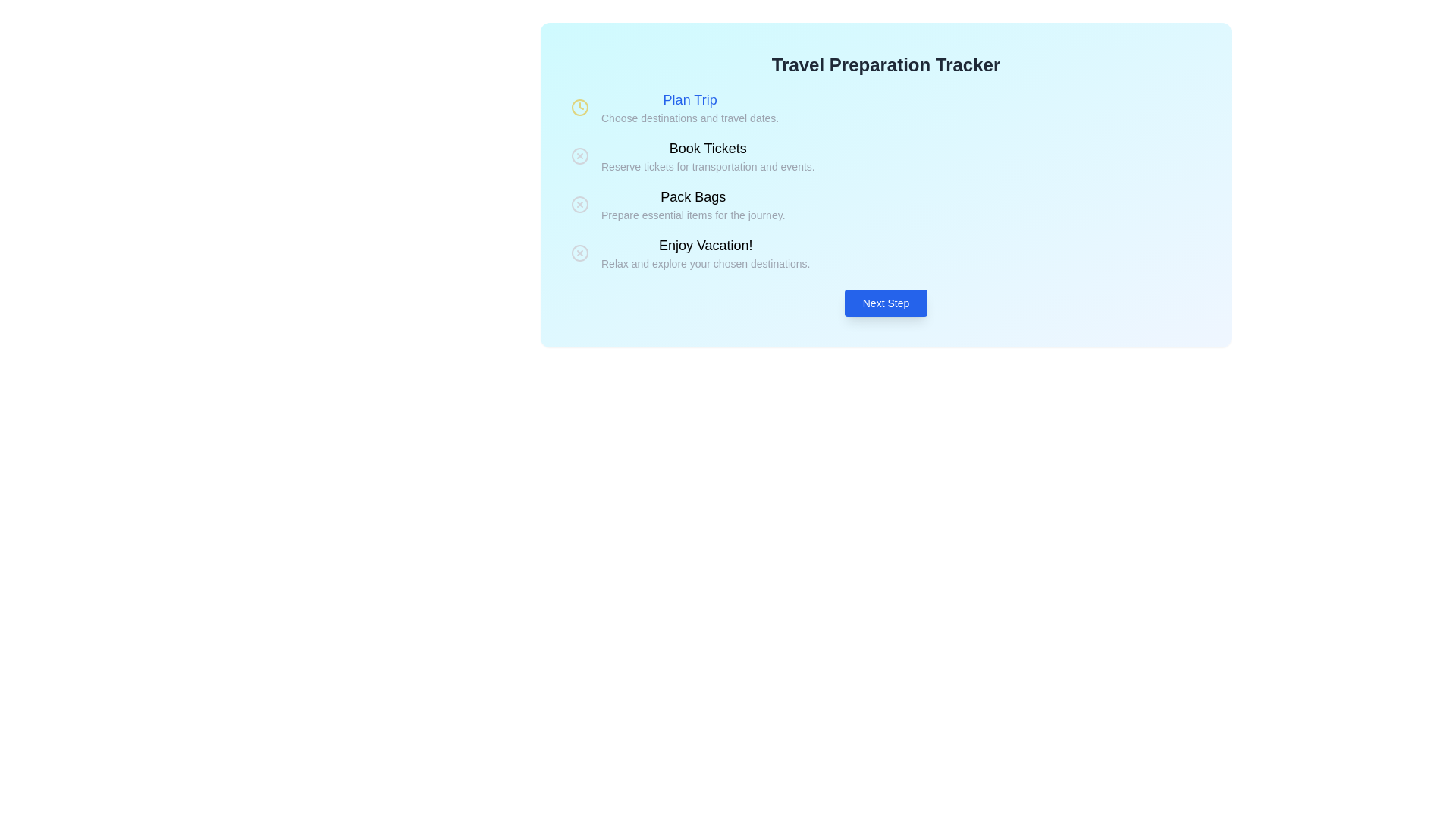 The image size is (1456, 819). I want to click on text label that instructs users to 'Choose destinations and travel dates.' located beneath the 'Plan Trip' heading, so click(689, 117).